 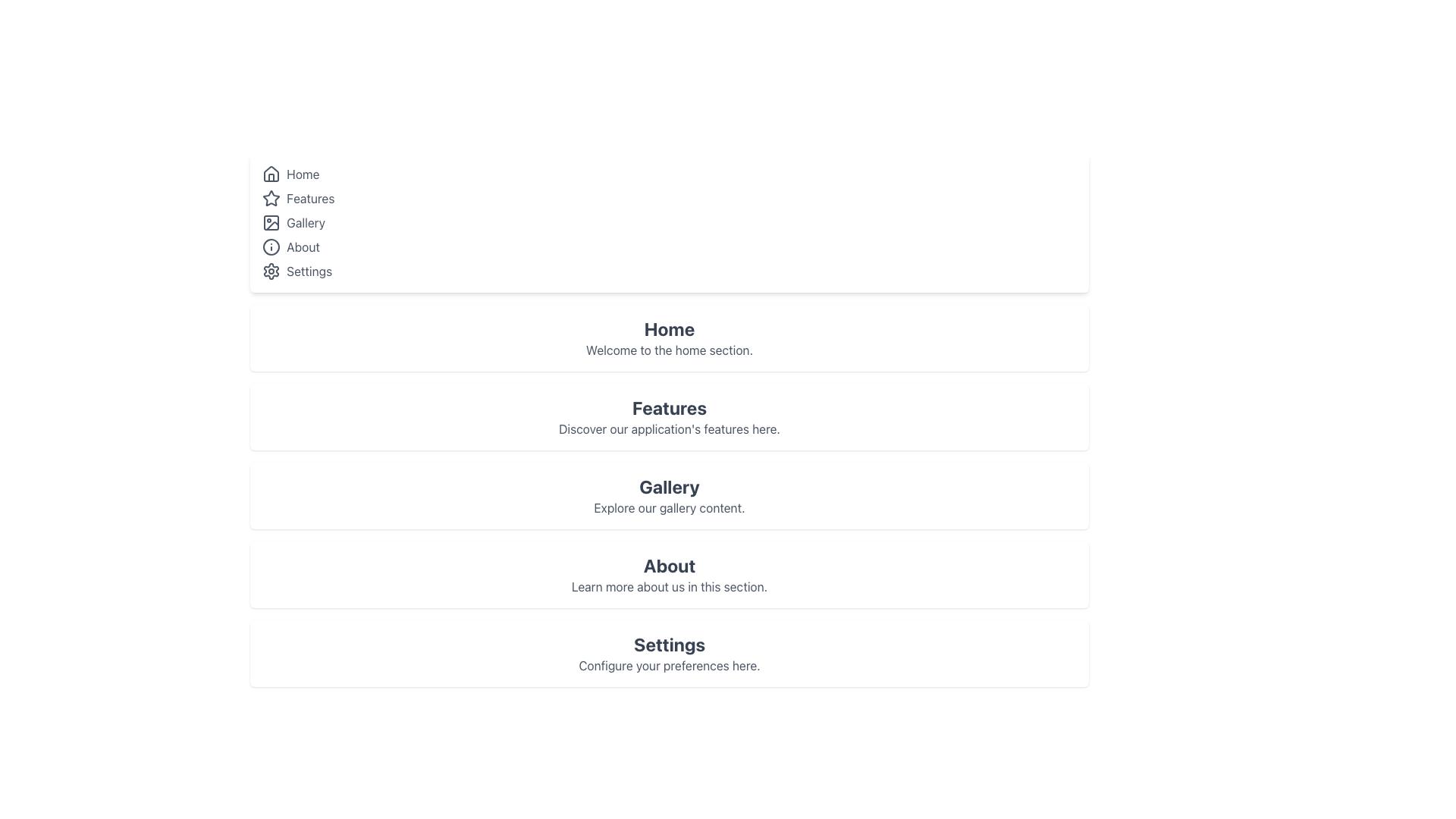 I want to click on the Informative Section titled 'Settings', which features a white rectangular background with rounded corners and contains the subtitle 'Configure your preferences here.', so click(x=669, y=652).